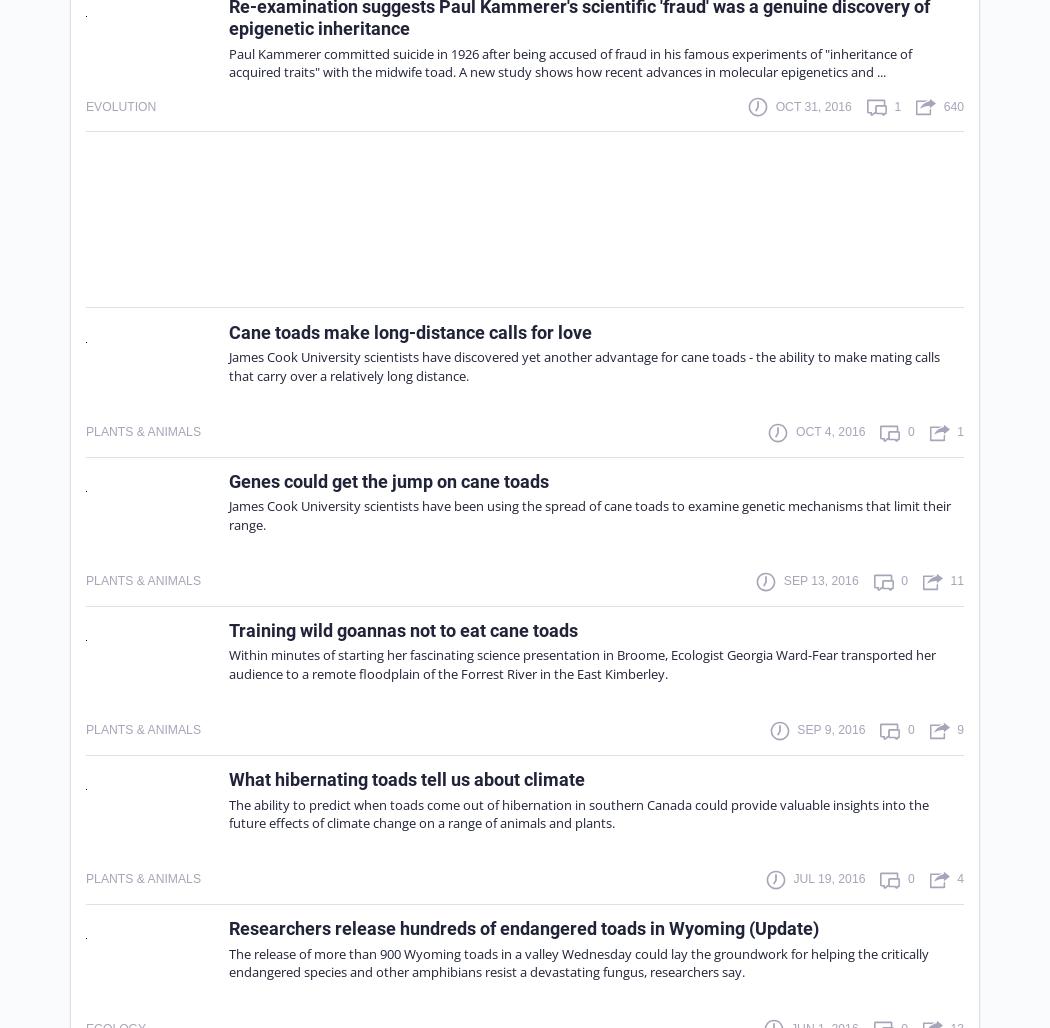 The width and height of the screenshot is (1050, 1028). Describe the element at coordinates (583, 364) in the screenshot. I see `'James Cook University scientists have discovered yet another advantage for cane toads - the ability to make mating calls that carry over a relatively long distance.'` at that location.